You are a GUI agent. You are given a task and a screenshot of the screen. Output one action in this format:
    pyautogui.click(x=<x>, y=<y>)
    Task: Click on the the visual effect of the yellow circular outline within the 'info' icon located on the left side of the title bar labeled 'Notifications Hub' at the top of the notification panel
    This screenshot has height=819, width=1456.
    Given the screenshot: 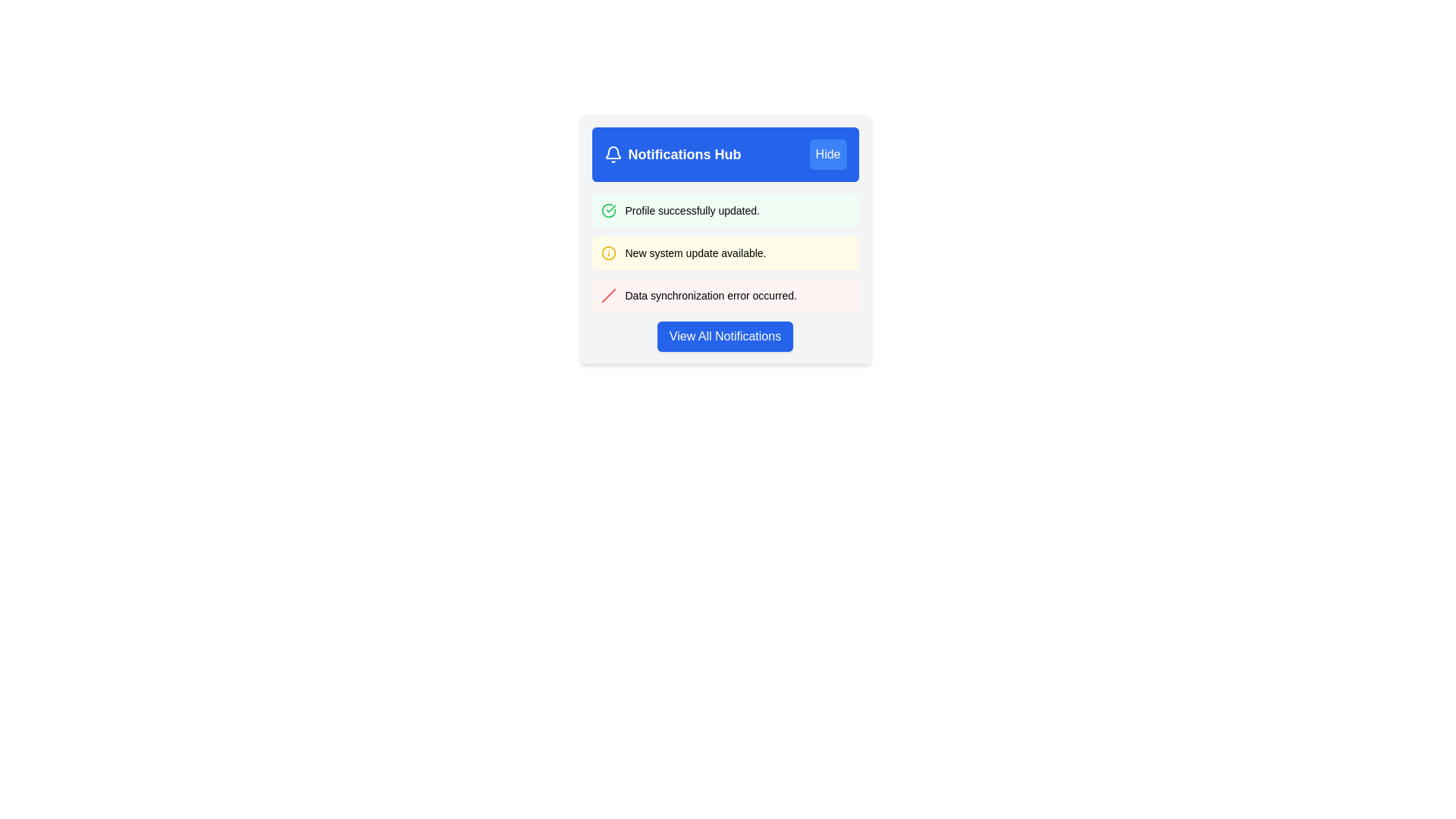 What is the action you would take?
    pyautogui.click(x=608, y=253)
    